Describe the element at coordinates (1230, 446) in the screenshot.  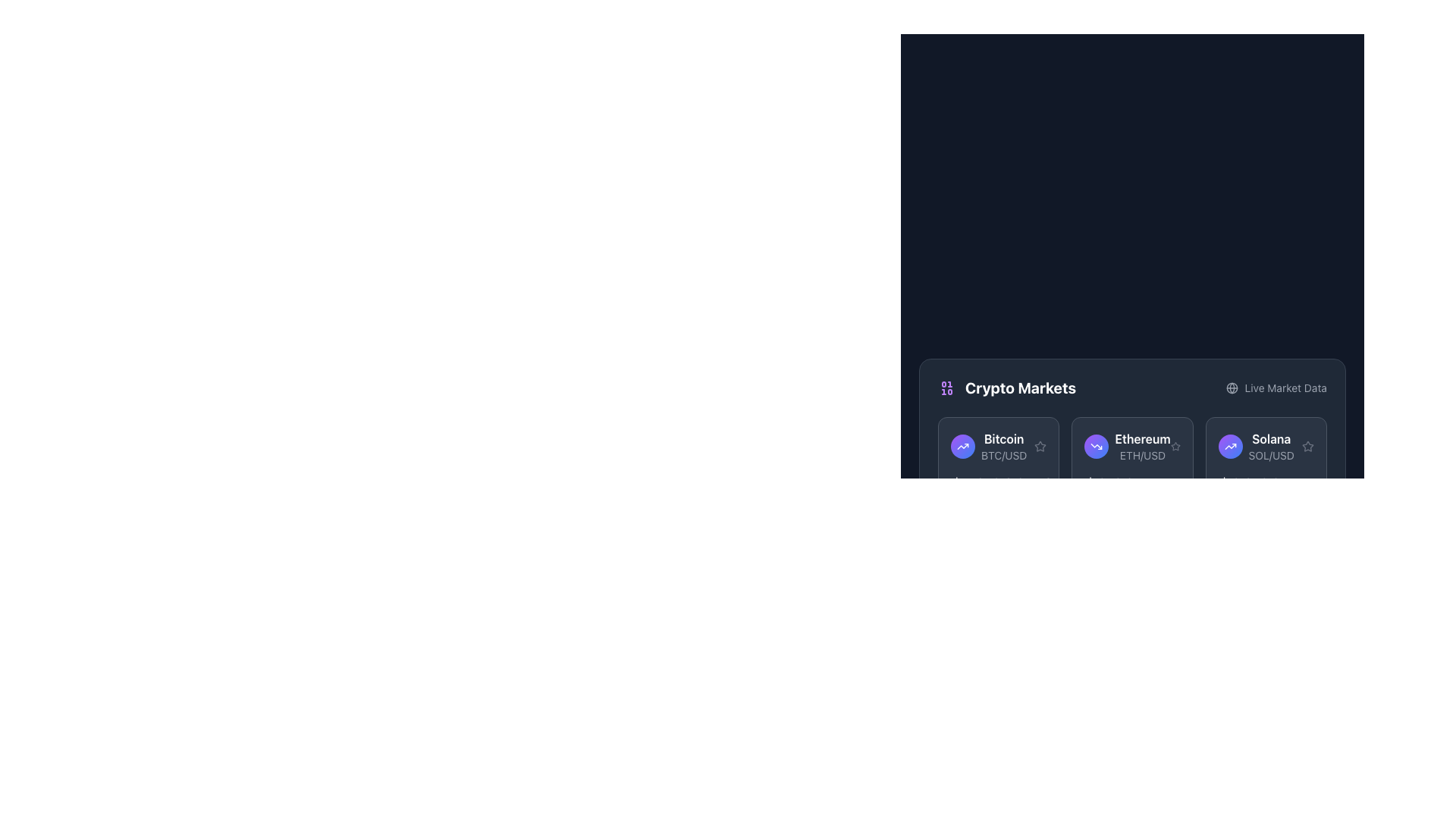
I see `the circular gradient icon with a trending arrow in the center, located in the 'Solana' section of the 'Crypto Markets' panel` at that location.